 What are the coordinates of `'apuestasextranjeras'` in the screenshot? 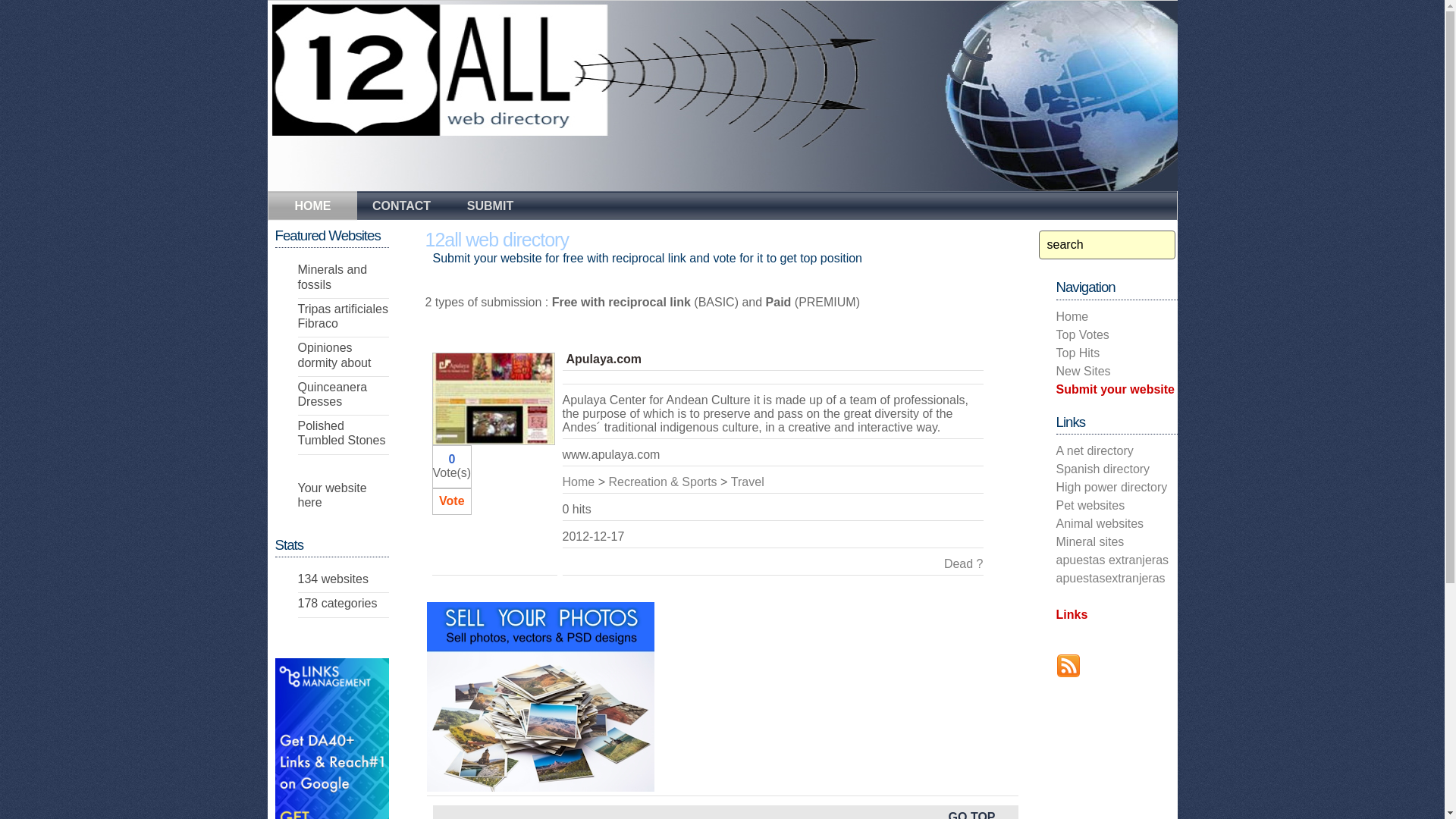 It's located at (1110, 578).